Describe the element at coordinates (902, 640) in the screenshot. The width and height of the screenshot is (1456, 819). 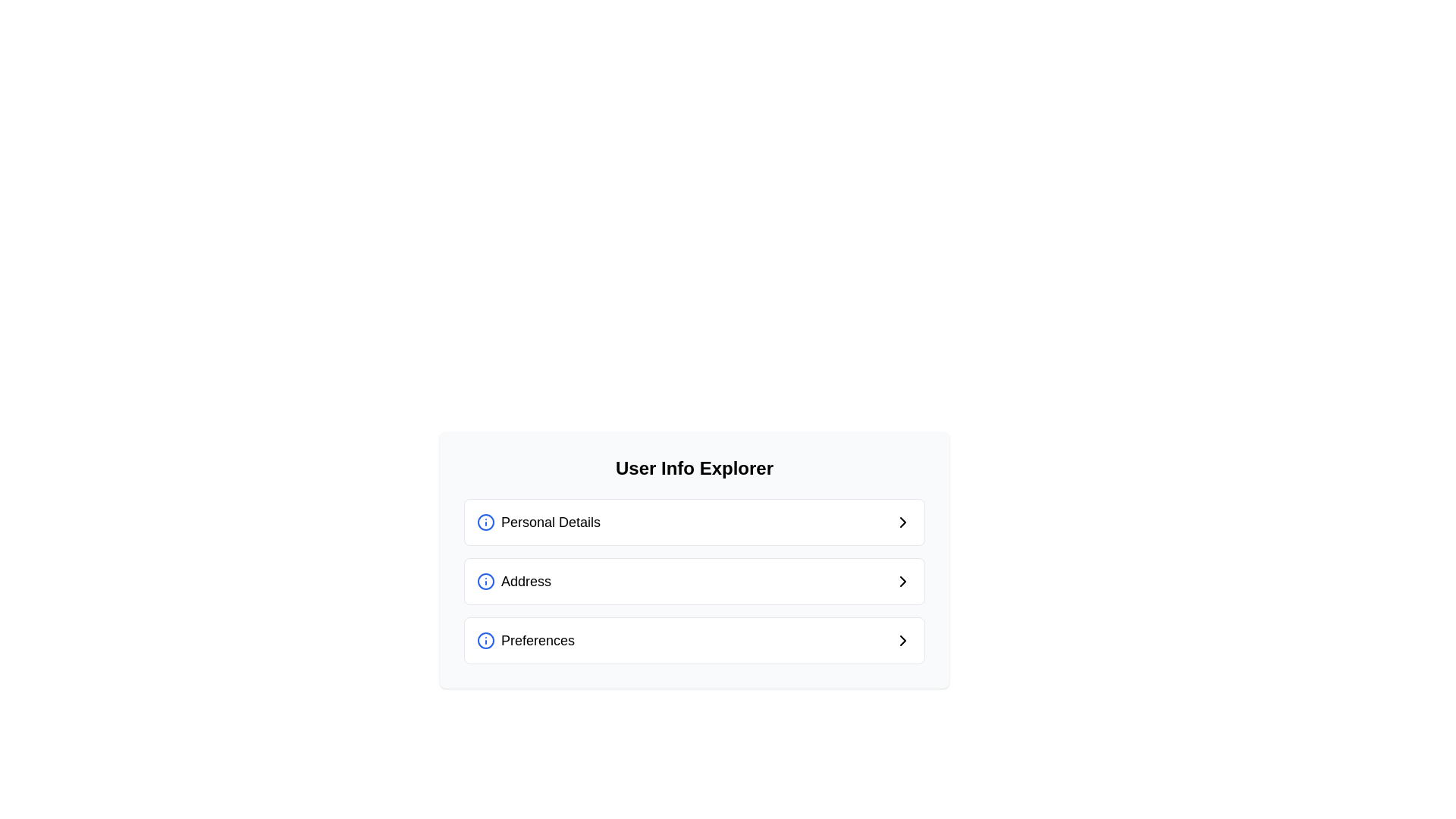
I see `the chevron-right icon associated with the 'Preferences' button in the 'User Info Explorer' section to proceed to the 'Preferences' page` at that location.